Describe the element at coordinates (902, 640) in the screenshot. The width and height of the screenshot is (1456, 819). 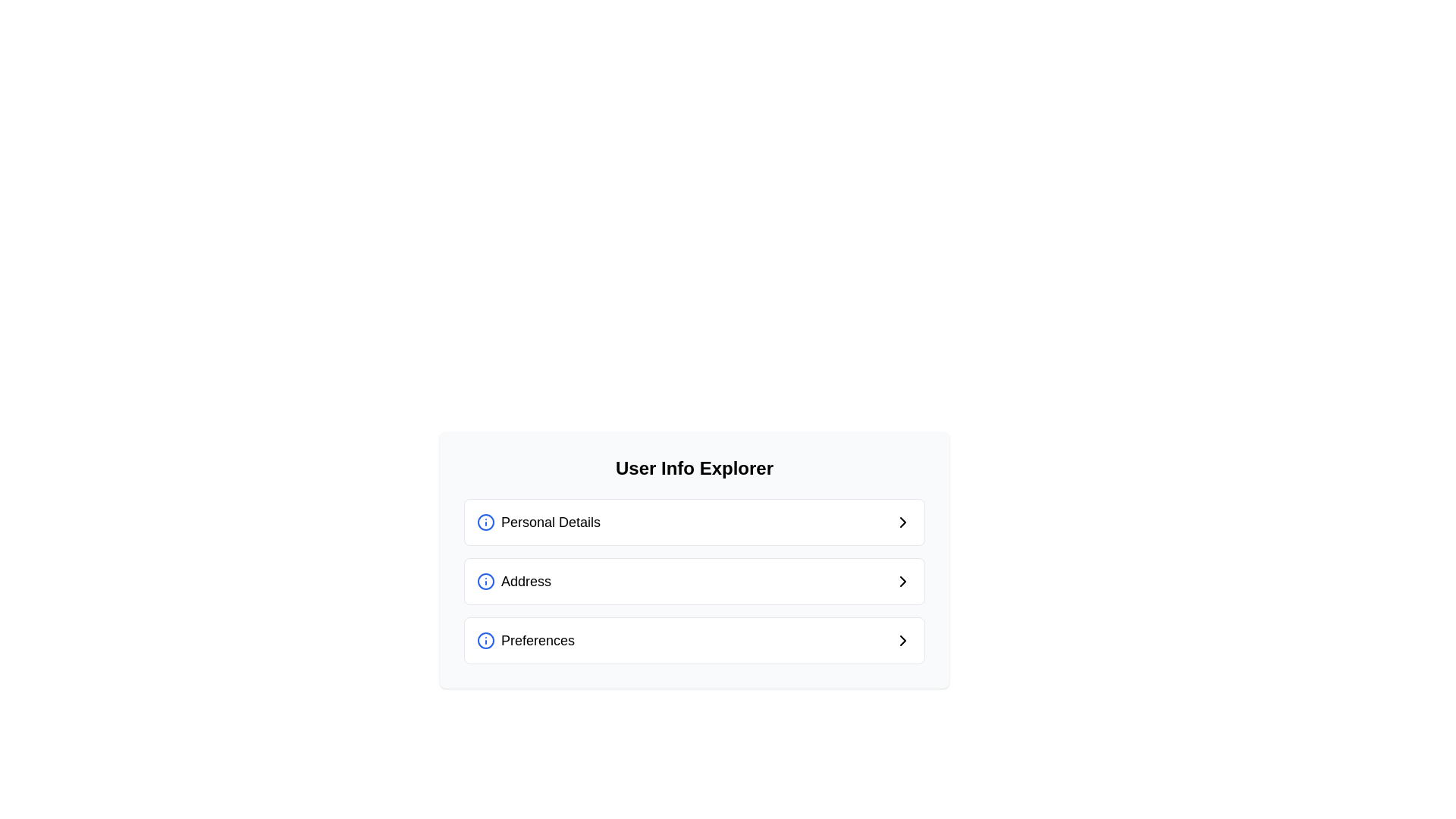
I see `the chevron-right icon associated with the 'Preferences' button in the 'User Info Explorer' section to proceed to the 'Preferences' page` at that location.